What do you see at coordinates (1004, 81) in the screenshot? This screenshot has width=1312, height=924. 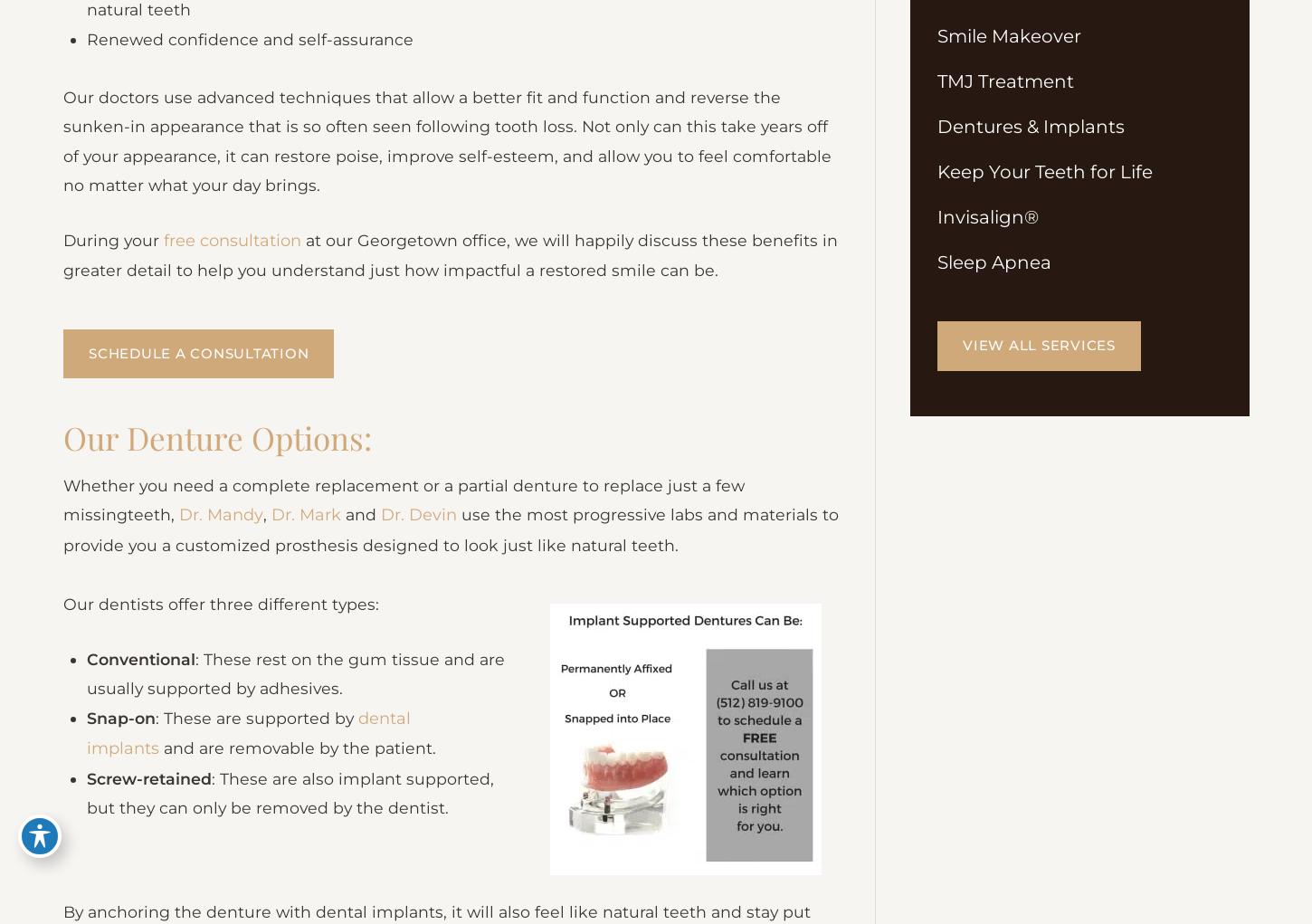 I see `'TMJ Treatment'` at bounding box center [1004, 81].